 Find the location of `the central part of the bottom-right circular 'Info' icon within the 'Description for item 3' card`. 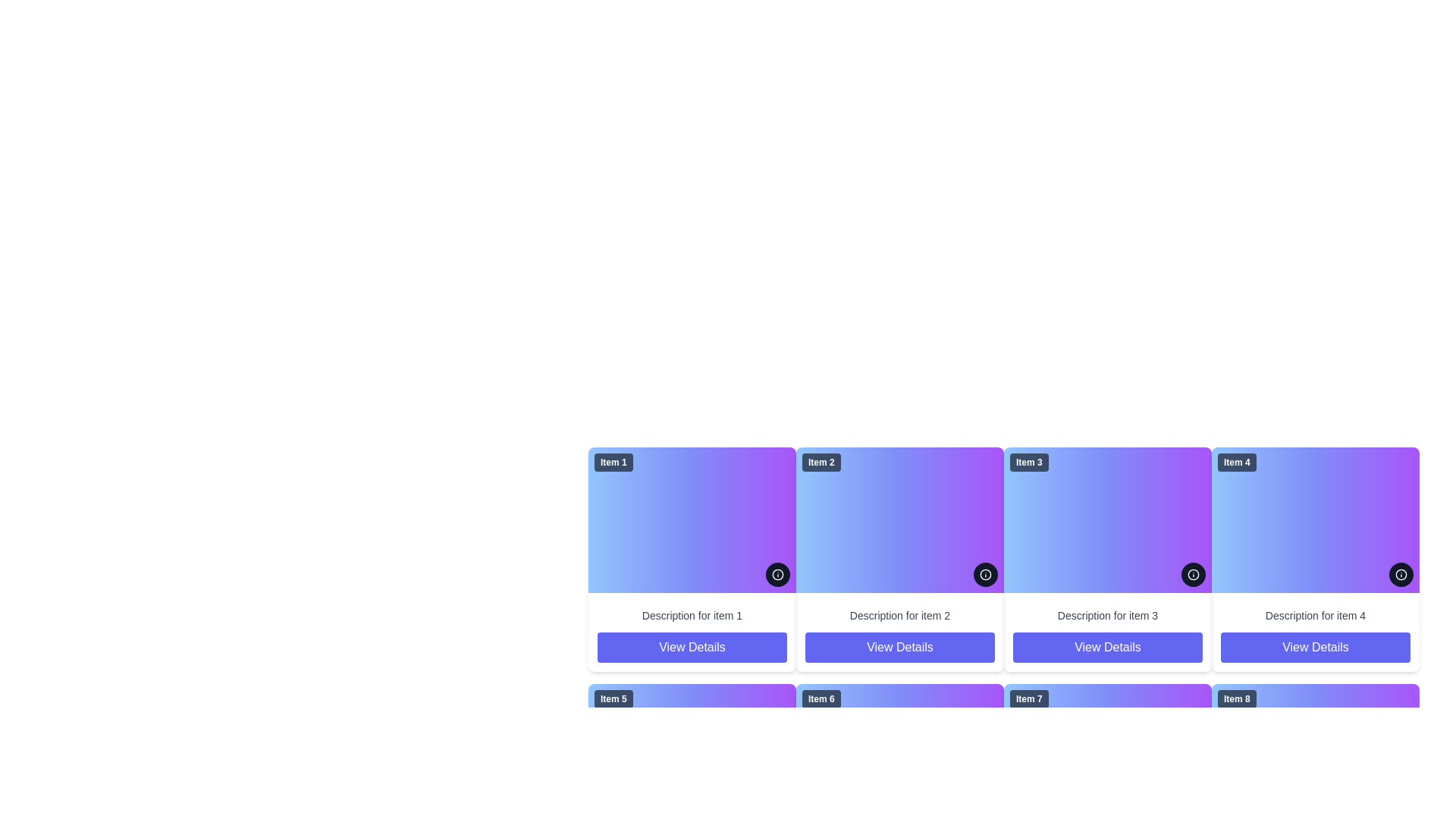

the central part of the bottom-right circular 'Info' icon within the 'Description for item 3' card is located at coordinates (1193, 575).